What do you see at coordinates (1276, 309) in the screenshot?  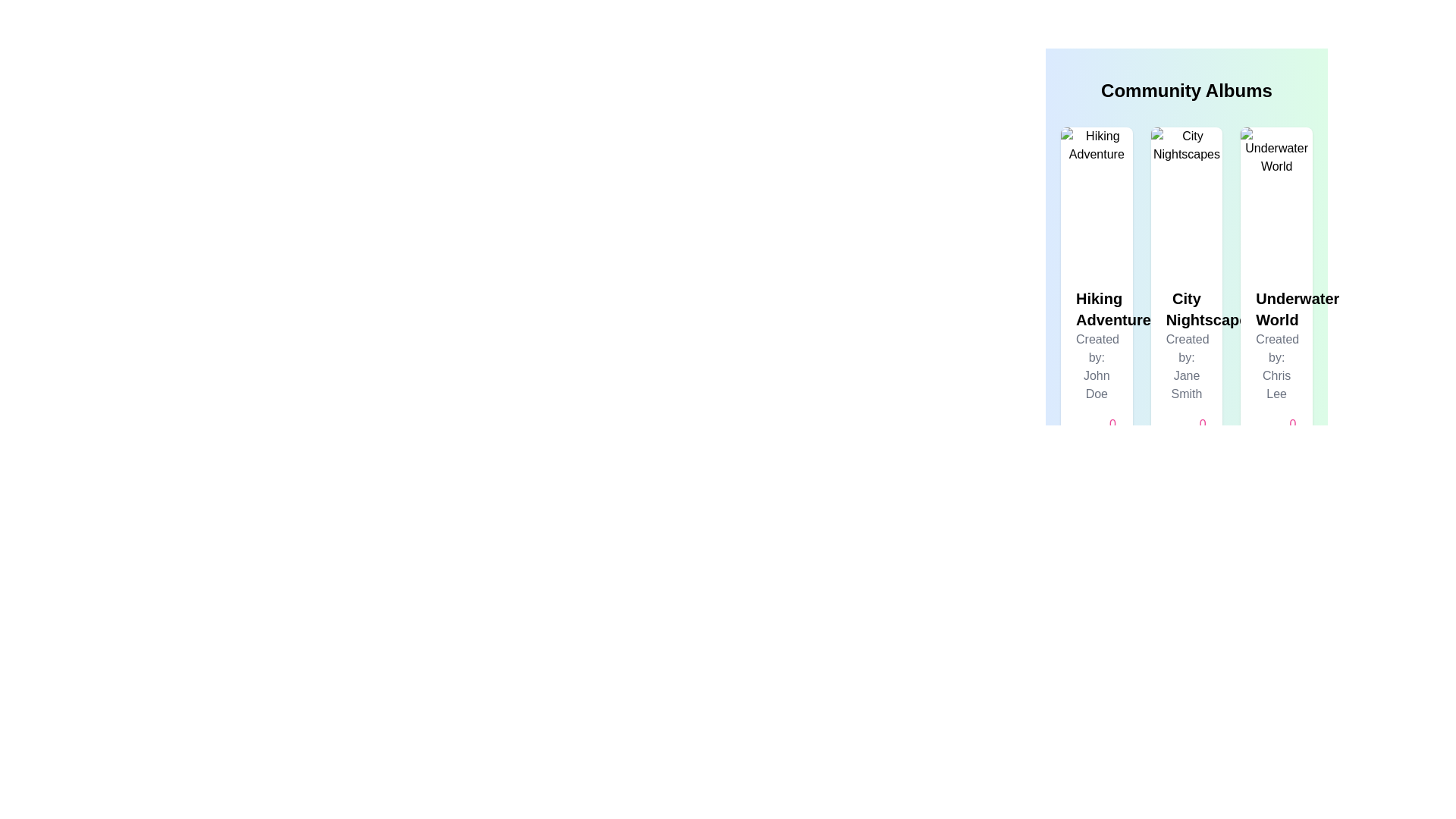 I see `the heading Text Label that indicates the content or topic of the associated section` at bounding box center [1276, 309].